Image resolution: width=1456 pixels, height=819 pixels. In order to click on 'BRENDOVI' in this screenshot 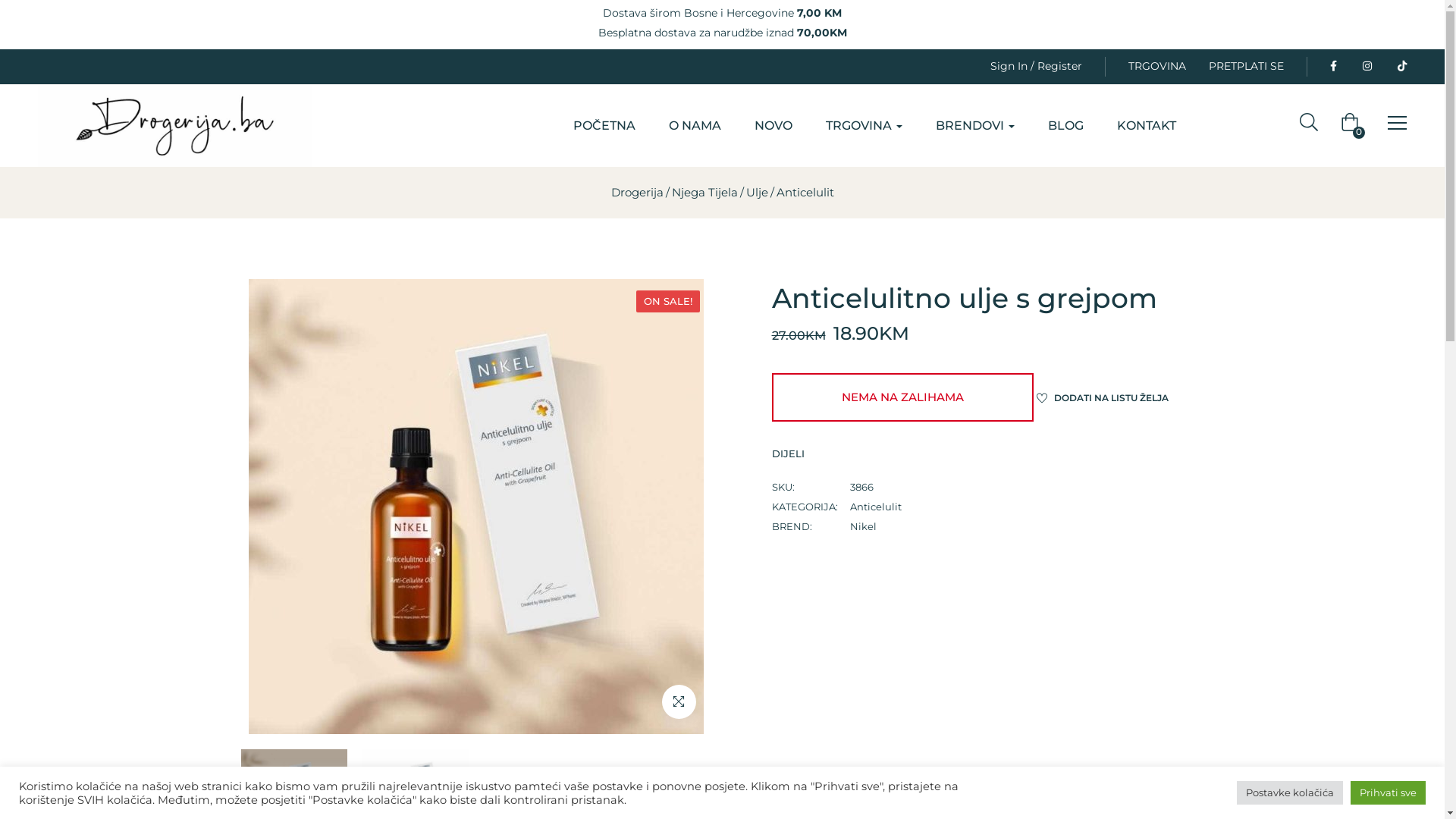, I will do `click(975, 124)`.